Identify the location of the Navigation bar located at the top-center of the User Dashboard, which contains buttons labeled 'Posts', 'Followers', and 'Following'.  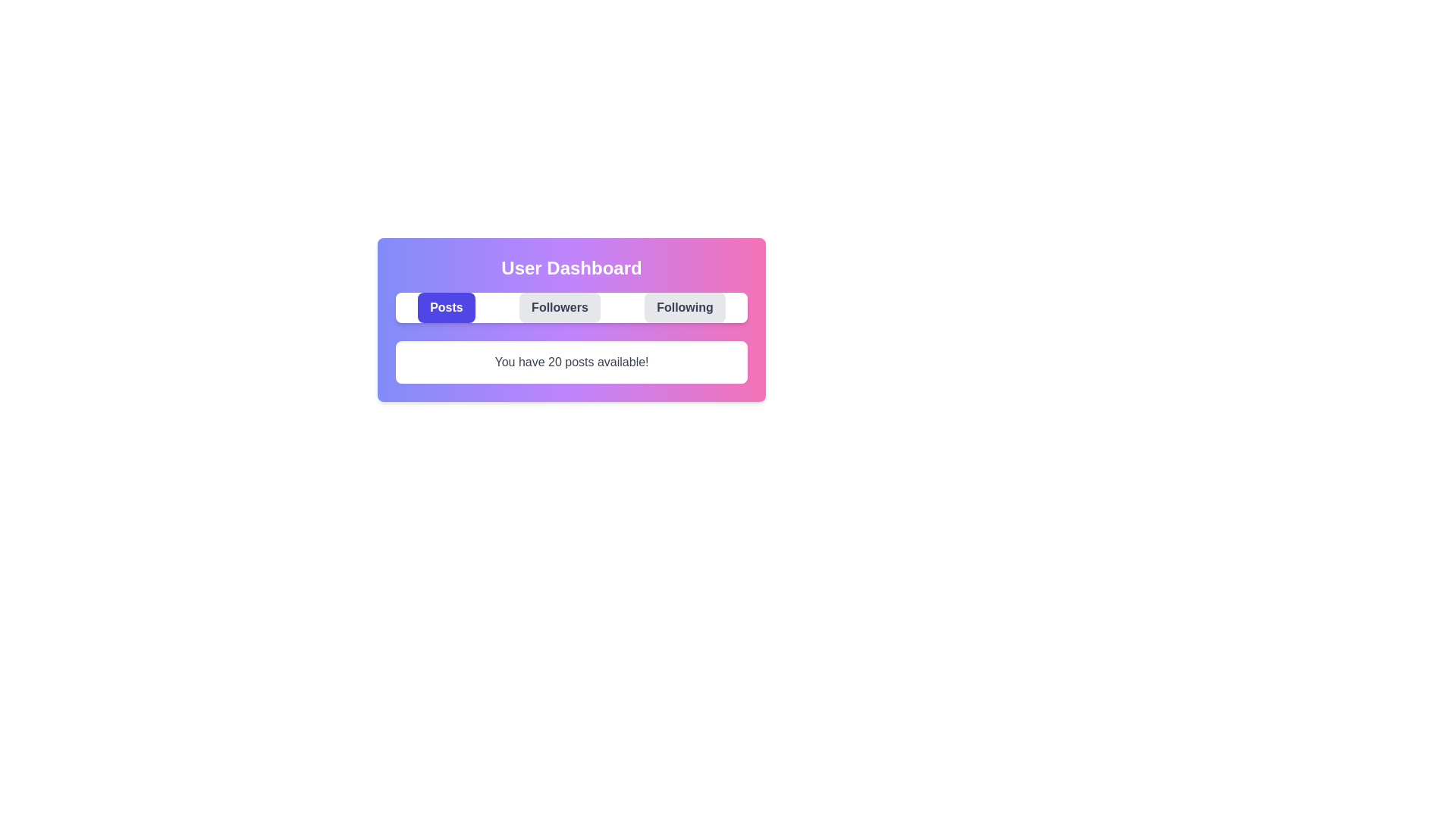
(570, 307).